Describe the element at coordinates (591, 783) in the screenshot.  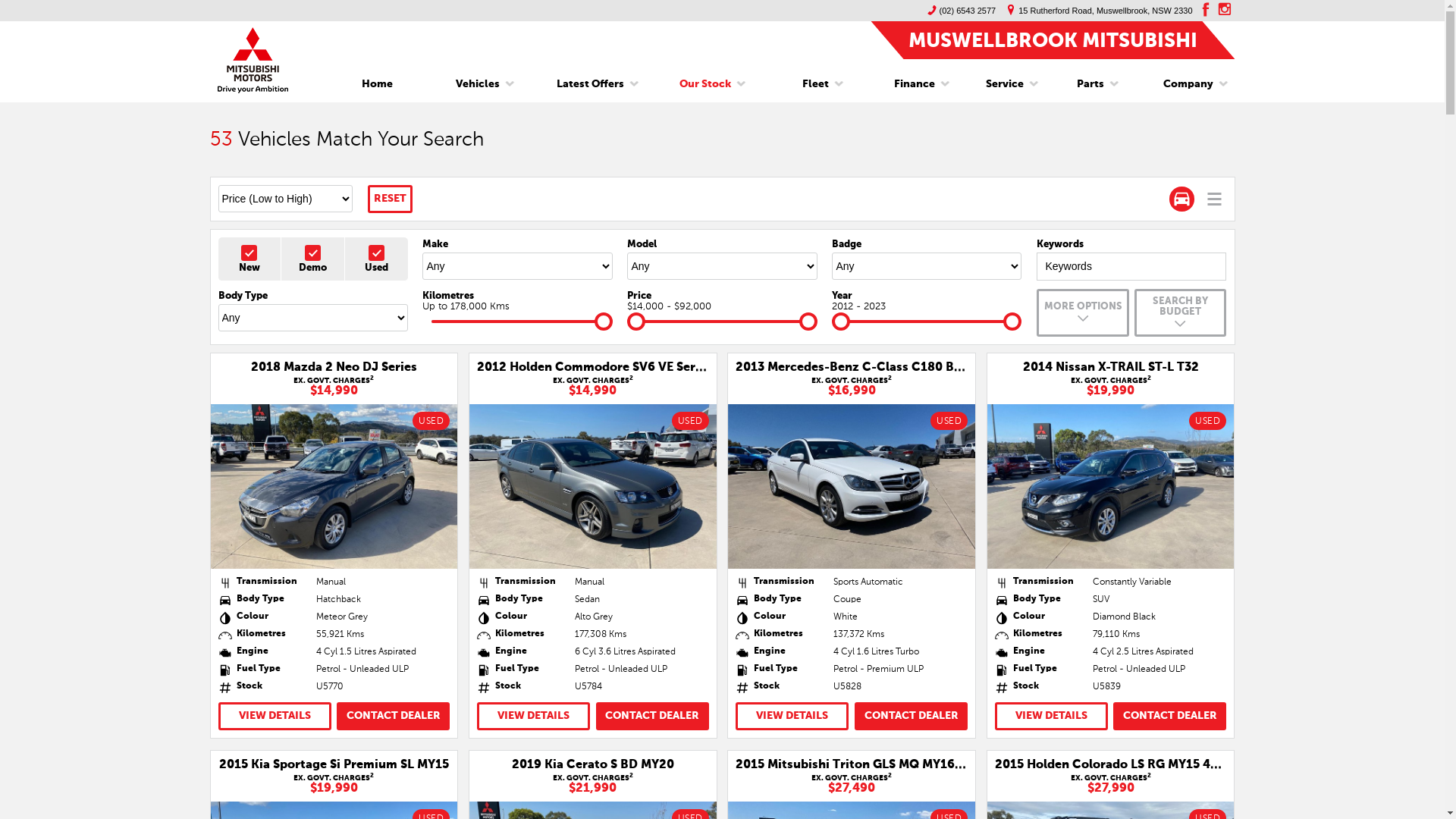
I see `'EX. GOVT. CHARGES2` at that location.